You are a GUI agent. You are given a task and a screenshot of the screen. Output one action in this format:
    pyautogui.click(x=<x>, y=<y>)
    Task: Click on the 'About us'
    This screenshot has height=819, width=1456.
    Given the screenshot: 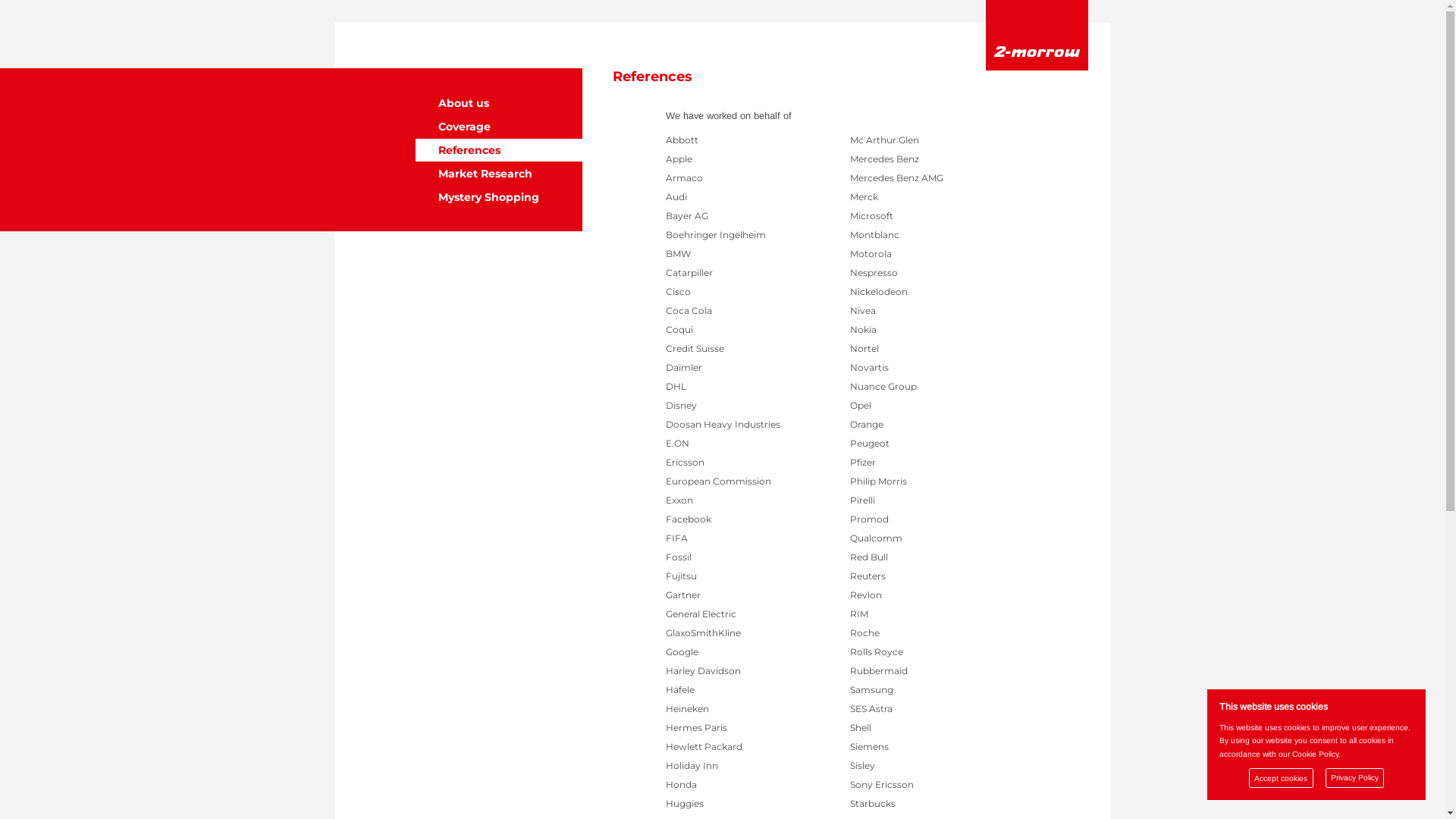 What is the action you would take?
    pyautogui.click(x=498, y=102)
    